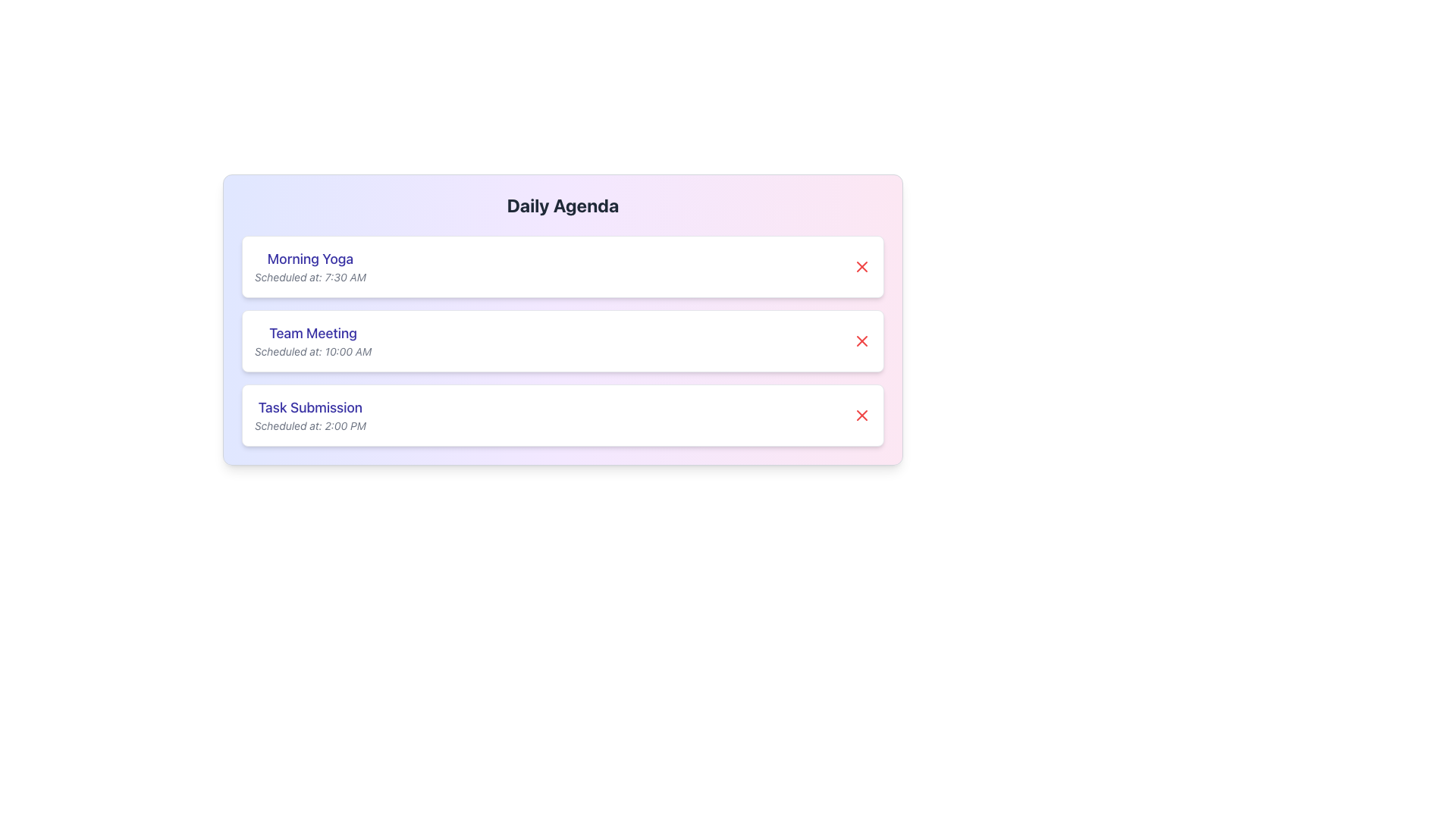 The image size is (1456, 819). I want to click on the second card in the vertical list of scheduled activities in the 'Daily Agenda' section, so click(562, 341).